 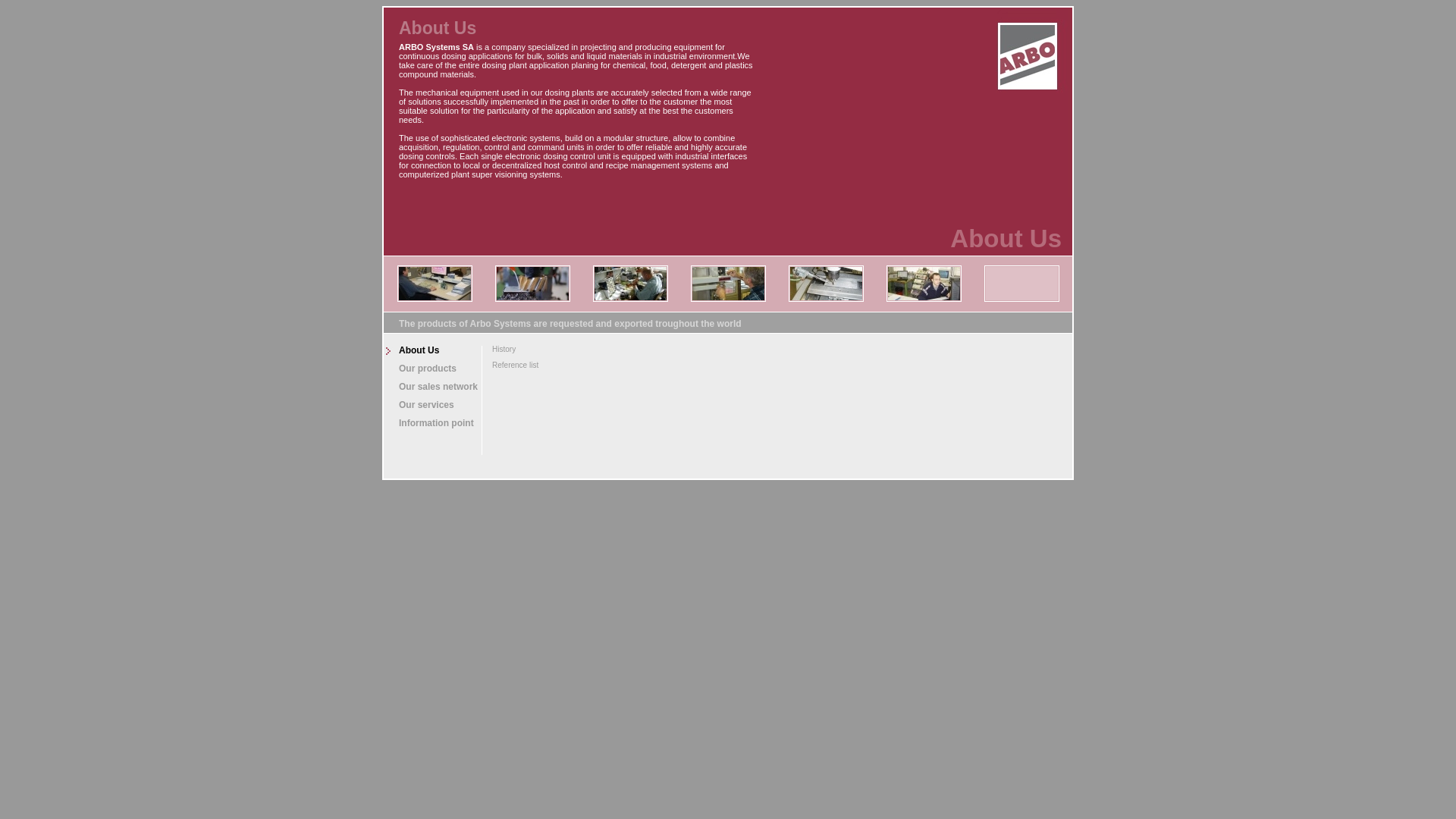 What do you see at coordinates (431, 403) in the screenshot?
I see `'Our services'` at bounding box center [431, 403].